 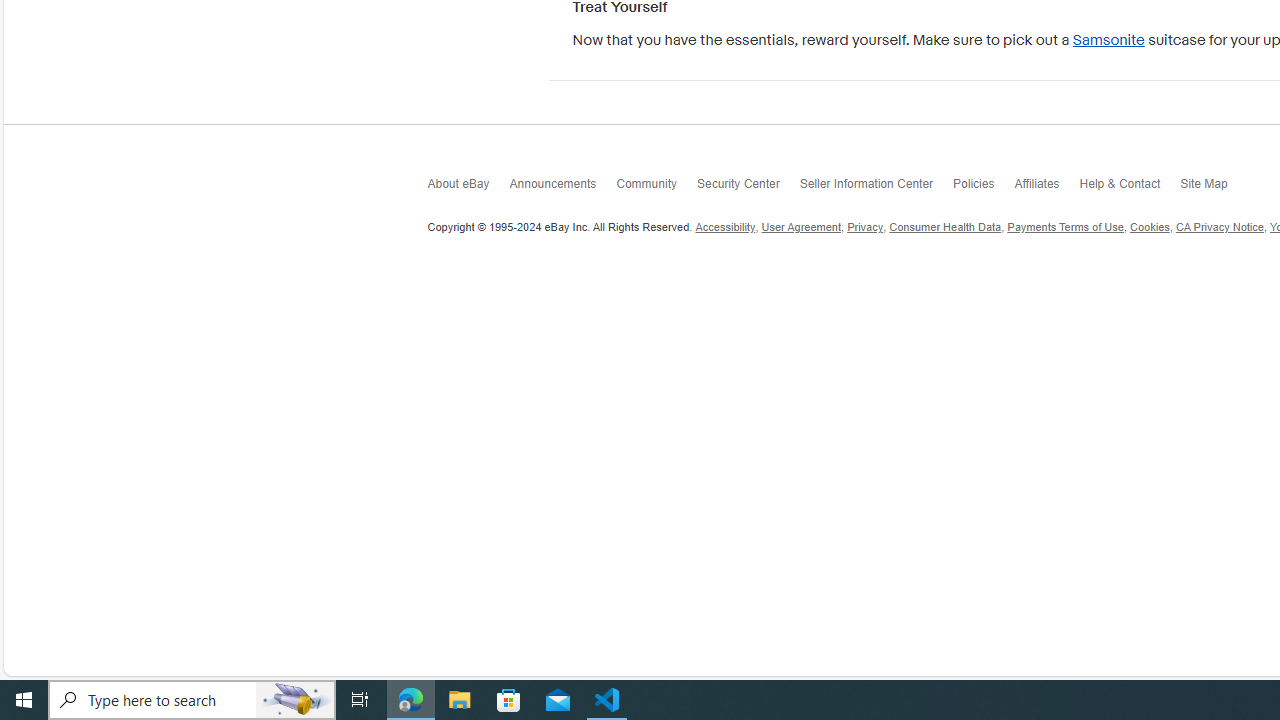 I want to click on 'Policies', so click(x=984, y=187).